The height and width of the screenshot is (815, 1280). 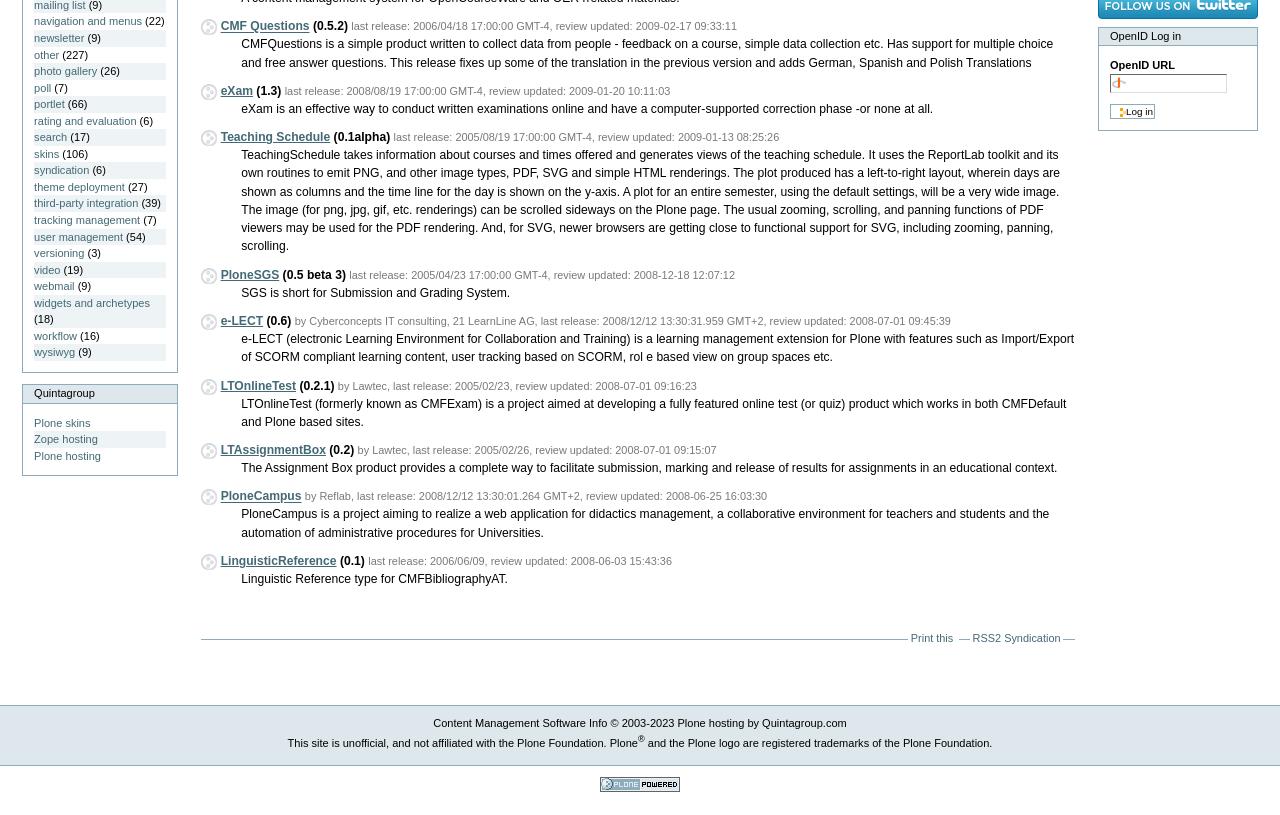 I want to click on 'versioning', so click(x=59, y=252).